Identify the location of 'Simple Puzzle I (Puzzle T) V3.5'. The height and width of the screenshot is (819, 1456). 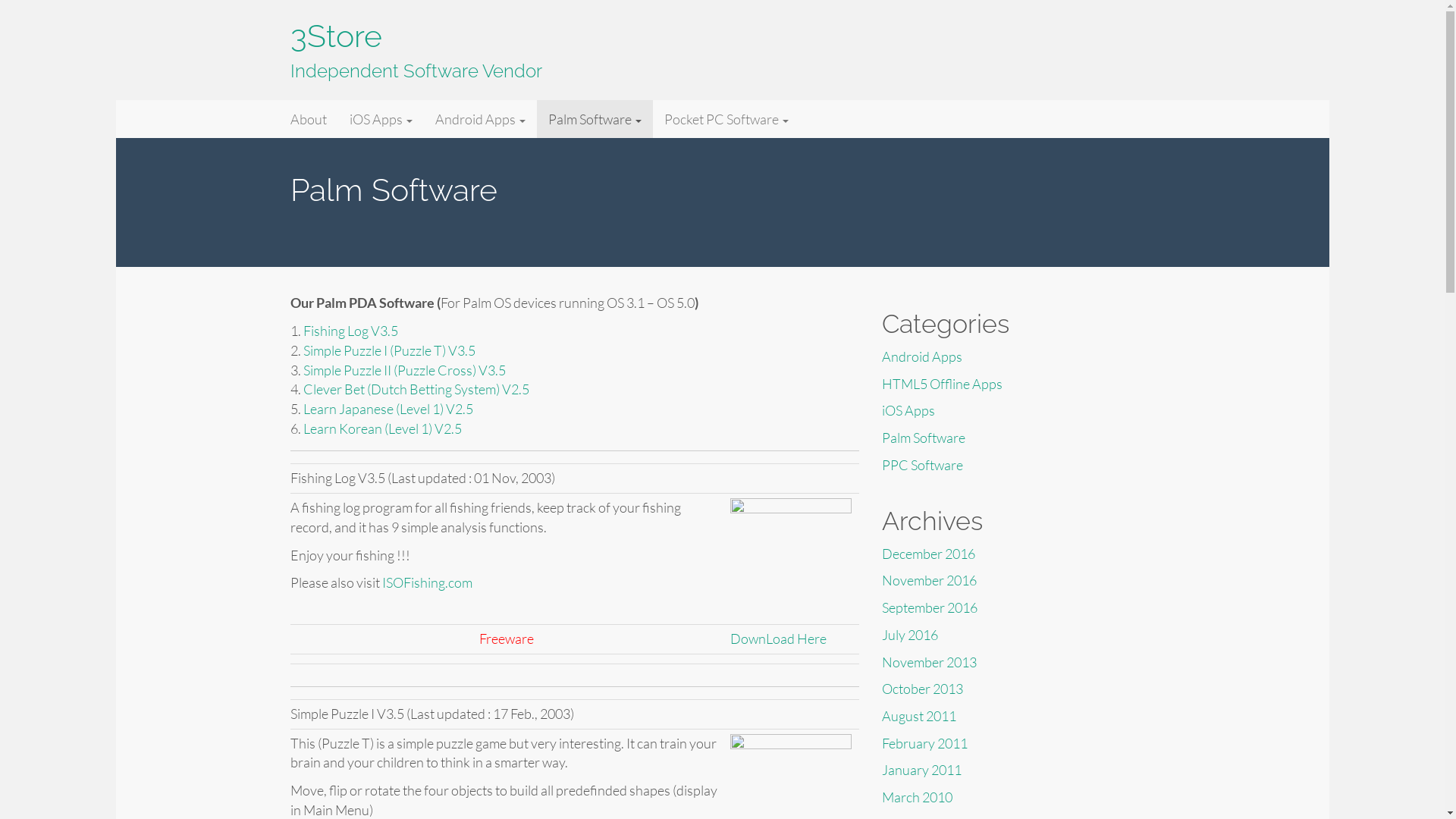
(303, 350).